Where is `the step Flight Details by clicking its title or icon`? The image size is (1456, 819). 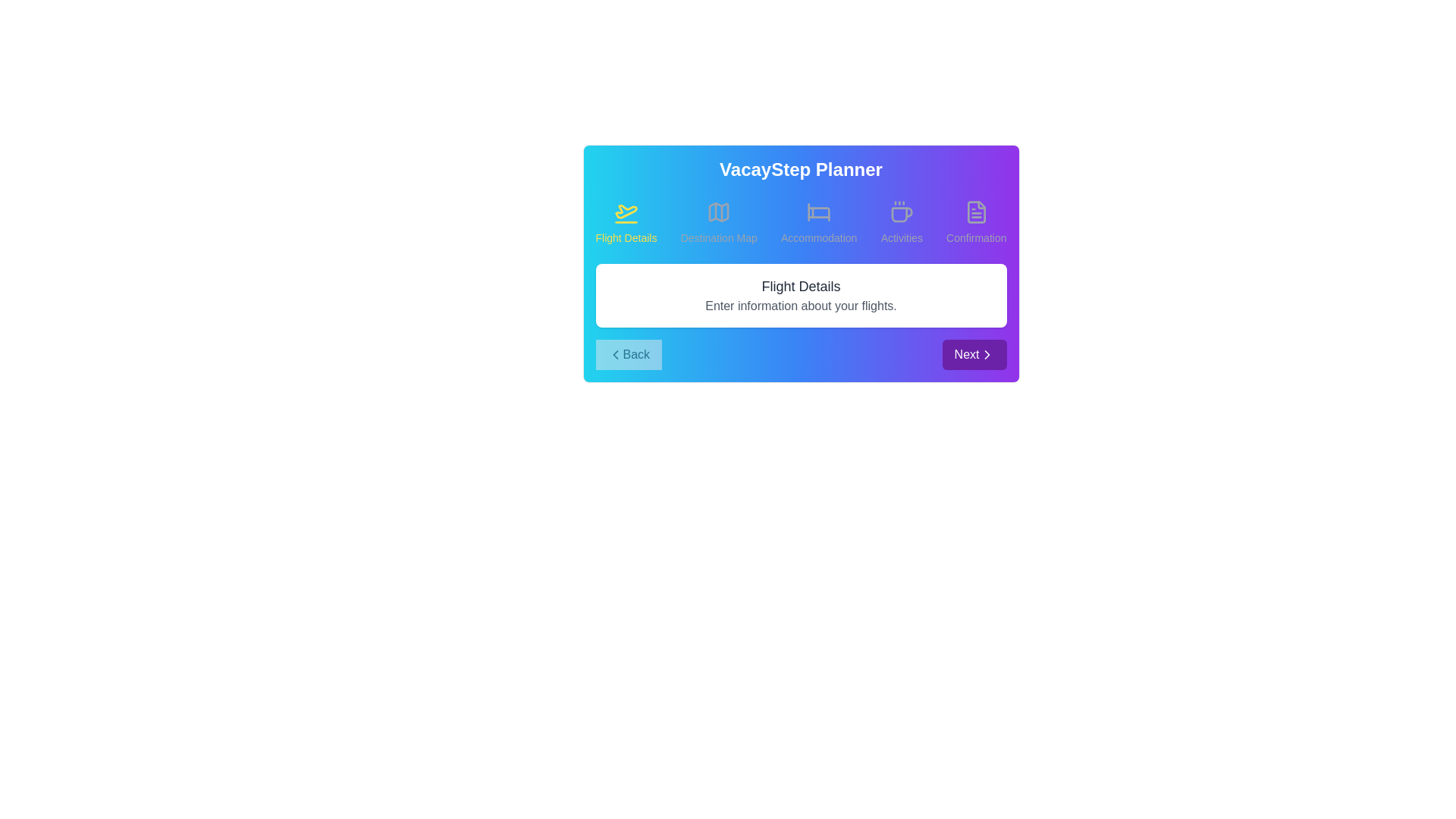
the step Flight Details by clicking its title or icon is located at coordinates (626, 222).